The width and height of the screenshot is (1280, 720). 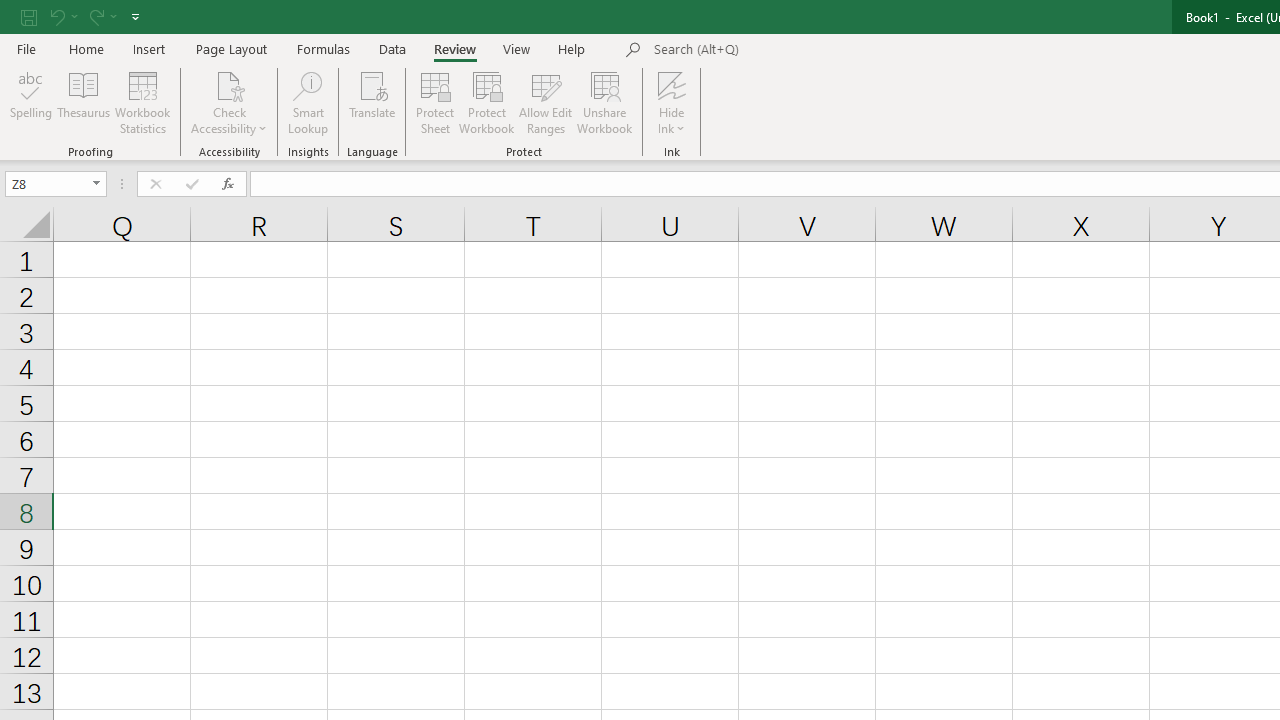 I want to click on 'Smart Lookup', so click(x=307, y=103).